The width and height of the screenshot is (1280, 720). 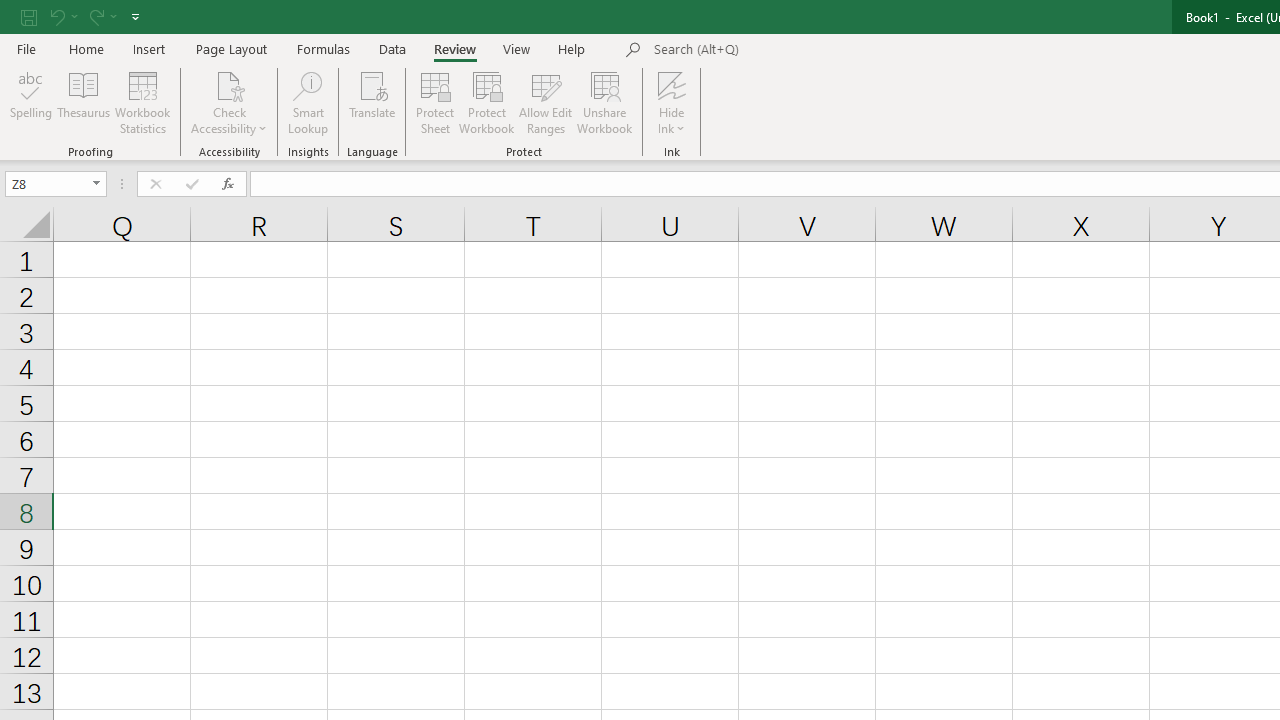 I want to click on 'Smart Lookup', so click(x=307, y=103).